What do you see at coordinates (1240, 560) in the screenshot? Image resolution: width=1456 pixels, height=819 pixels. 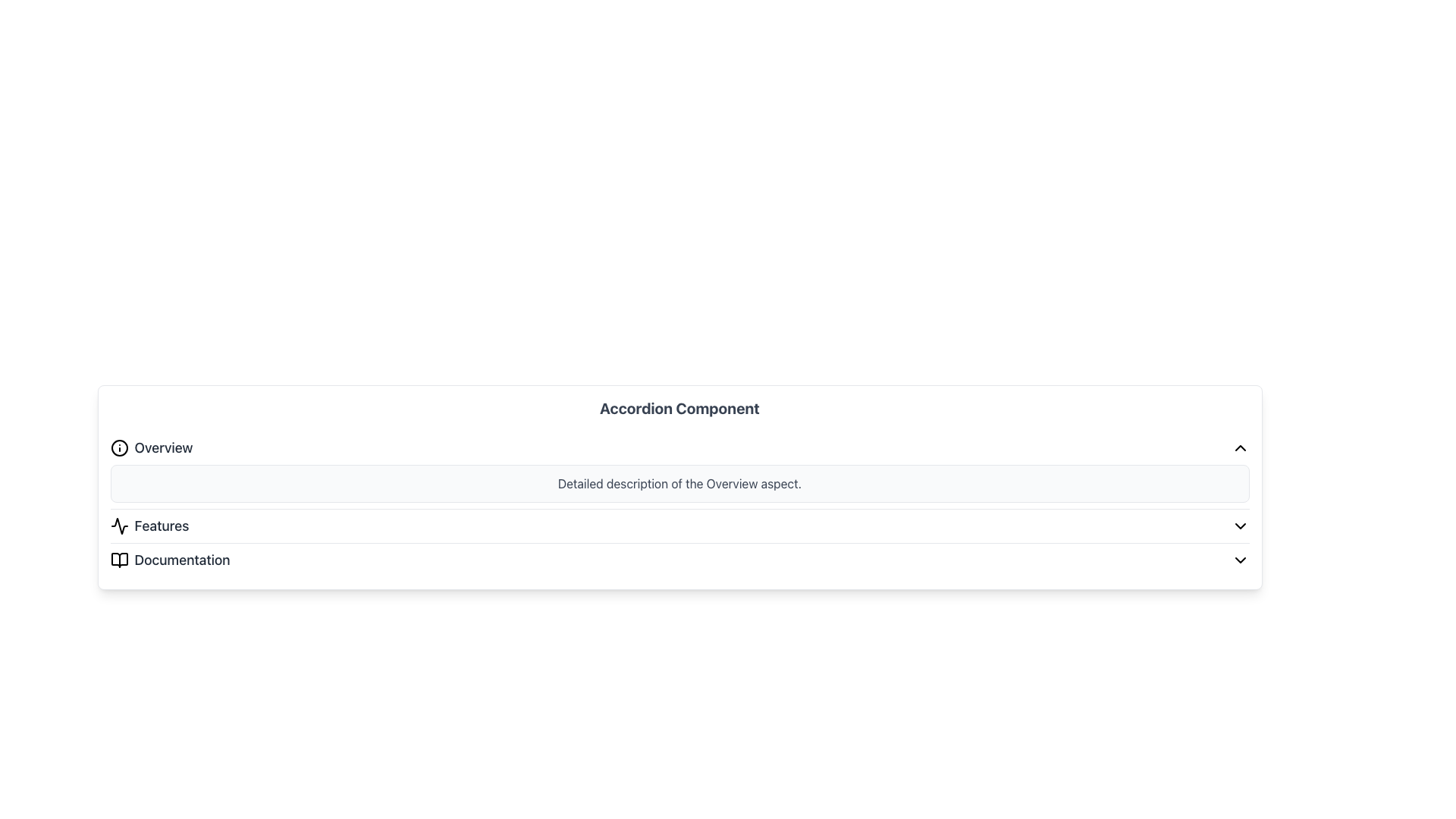 I see `the downward-pointing Chevron icon located to the far right of the 'Documentation' row in the accordion interface` at bounding box center [1240, 560].